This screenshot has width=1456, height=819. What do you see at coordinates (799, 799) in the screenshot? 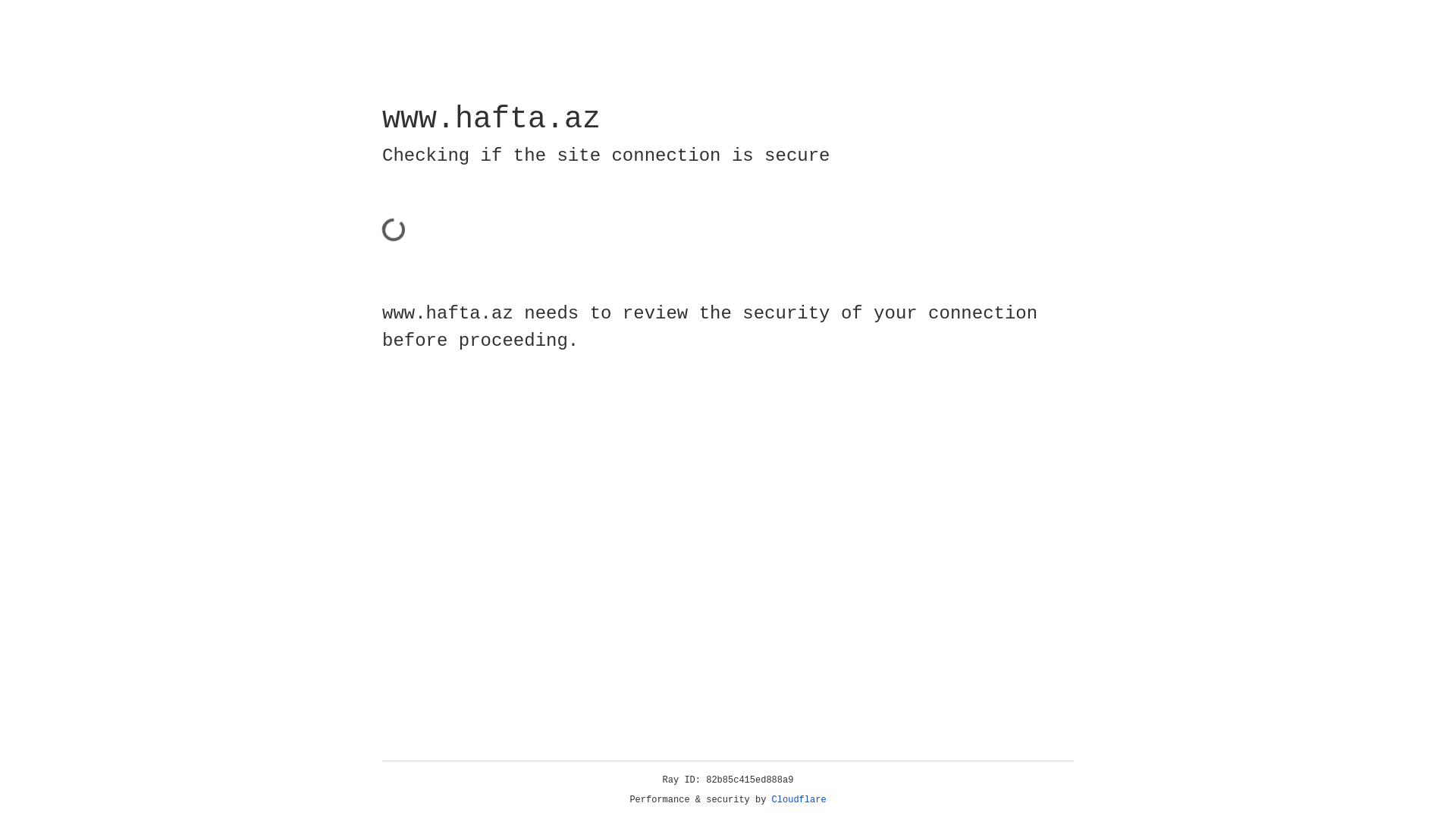
I see `'Cloudflare'` at bounding box center [799, 799].